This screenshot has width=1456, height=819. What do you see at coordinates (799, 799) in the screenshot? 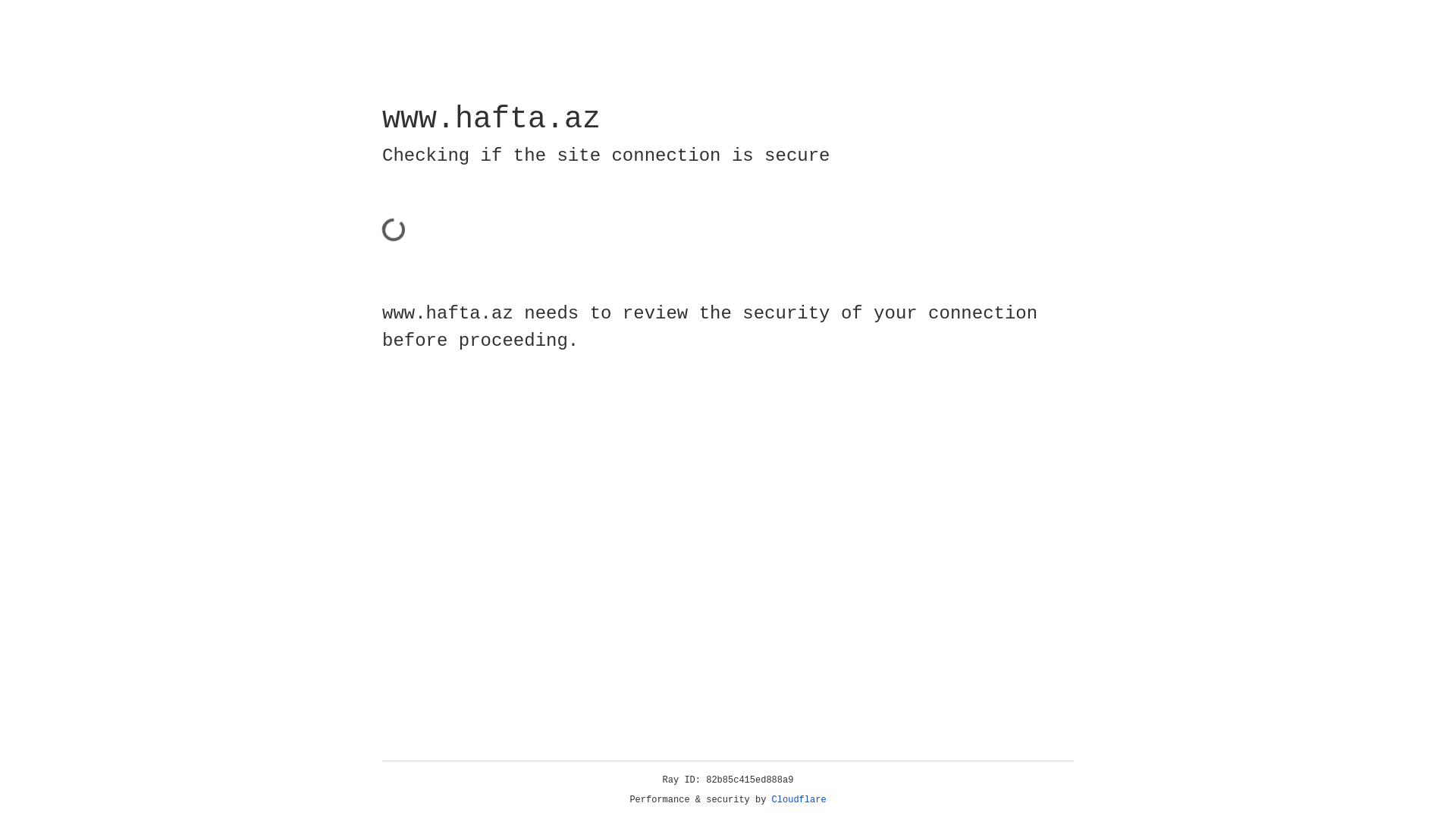
I see `'Cloudflare'` at bounding box center [799, 799].